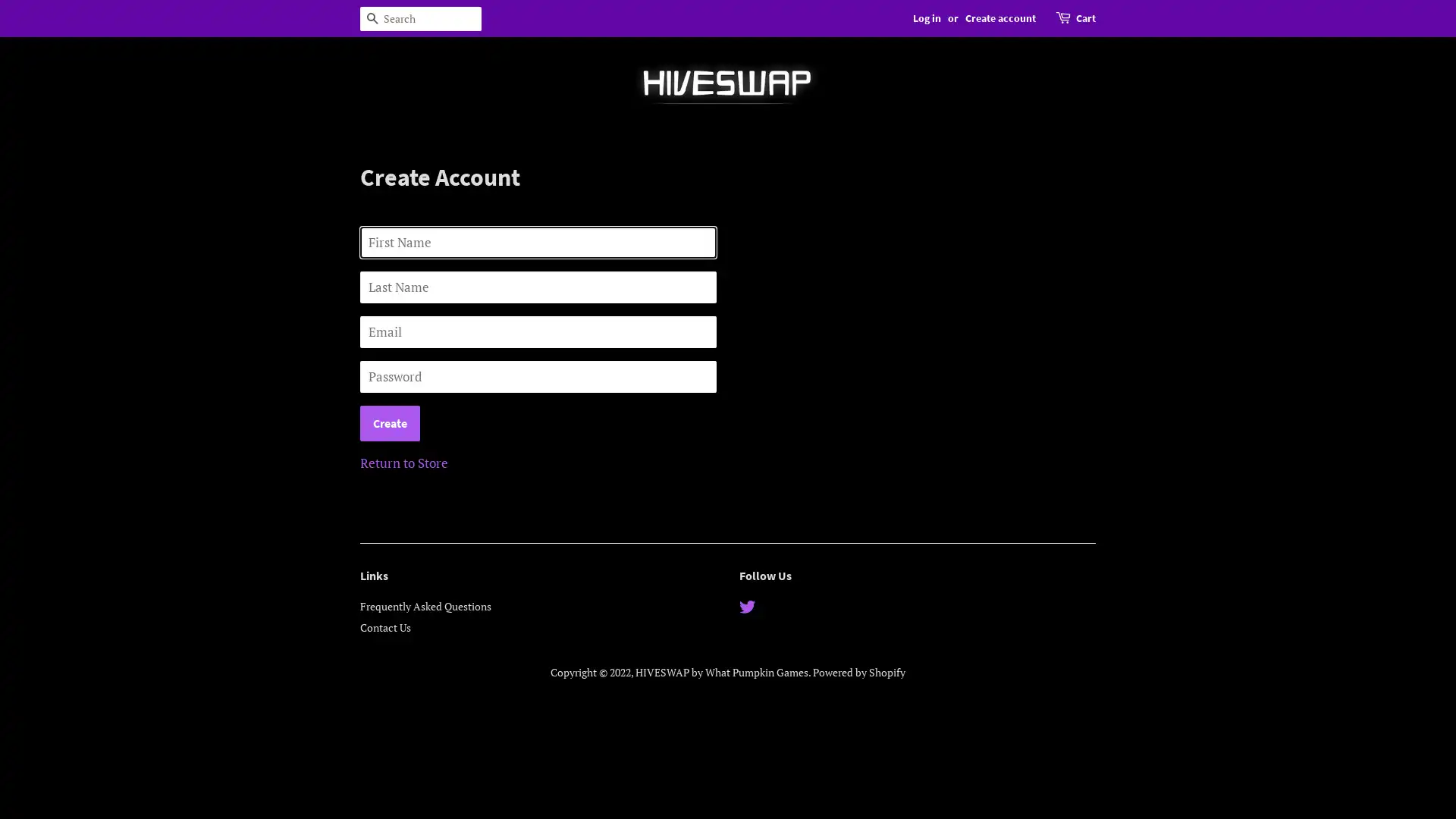 The image size is (1456, 819). What do you see at coordinates (372, 18) in the screenshot?
I see `Search` at bounding box center [372, 18].